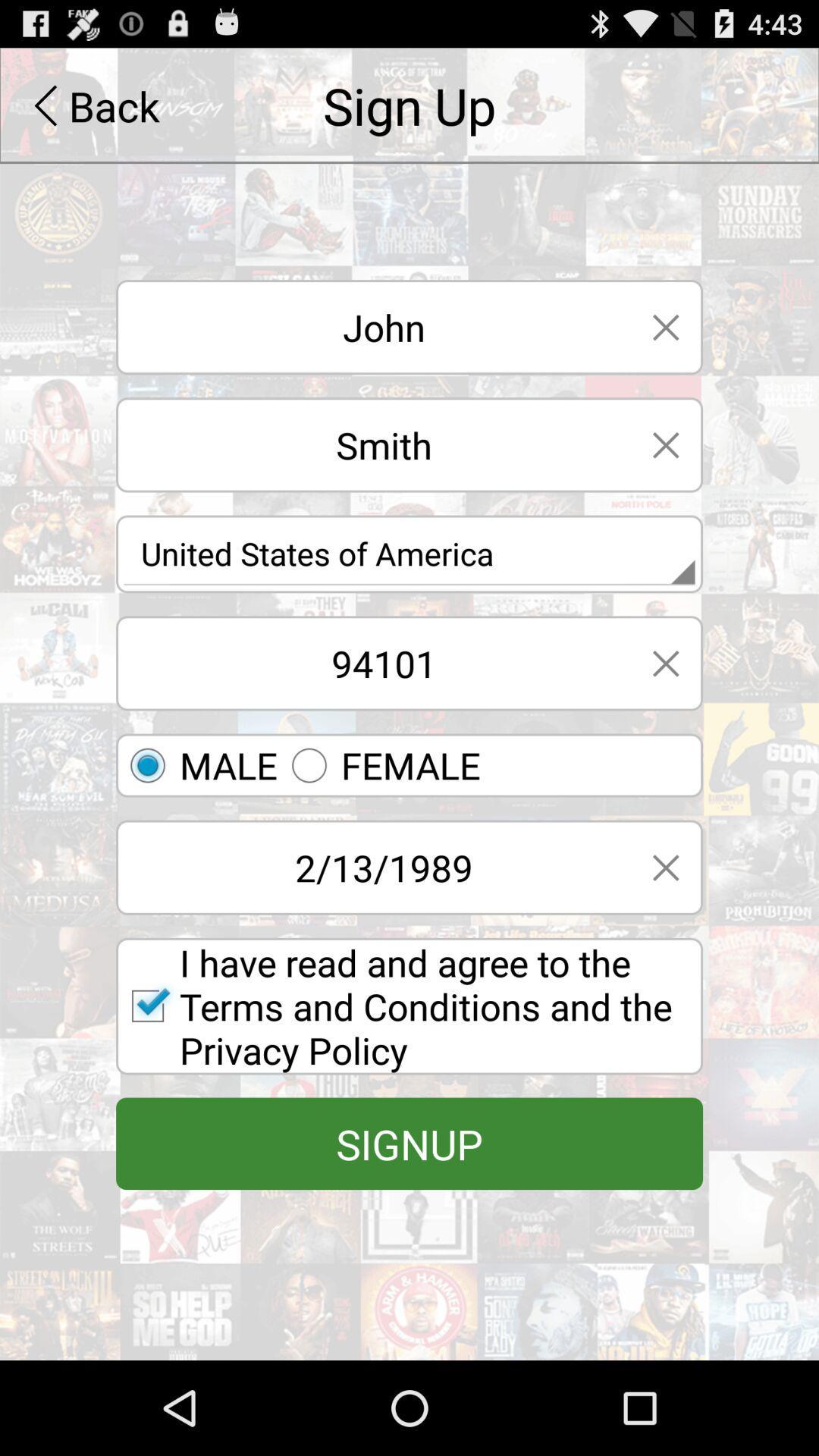 The width and height of the screenshot is (819, 1456). Describe the element at coordinates (665, 349) in the screenshot. I see `the close icon` at that location.